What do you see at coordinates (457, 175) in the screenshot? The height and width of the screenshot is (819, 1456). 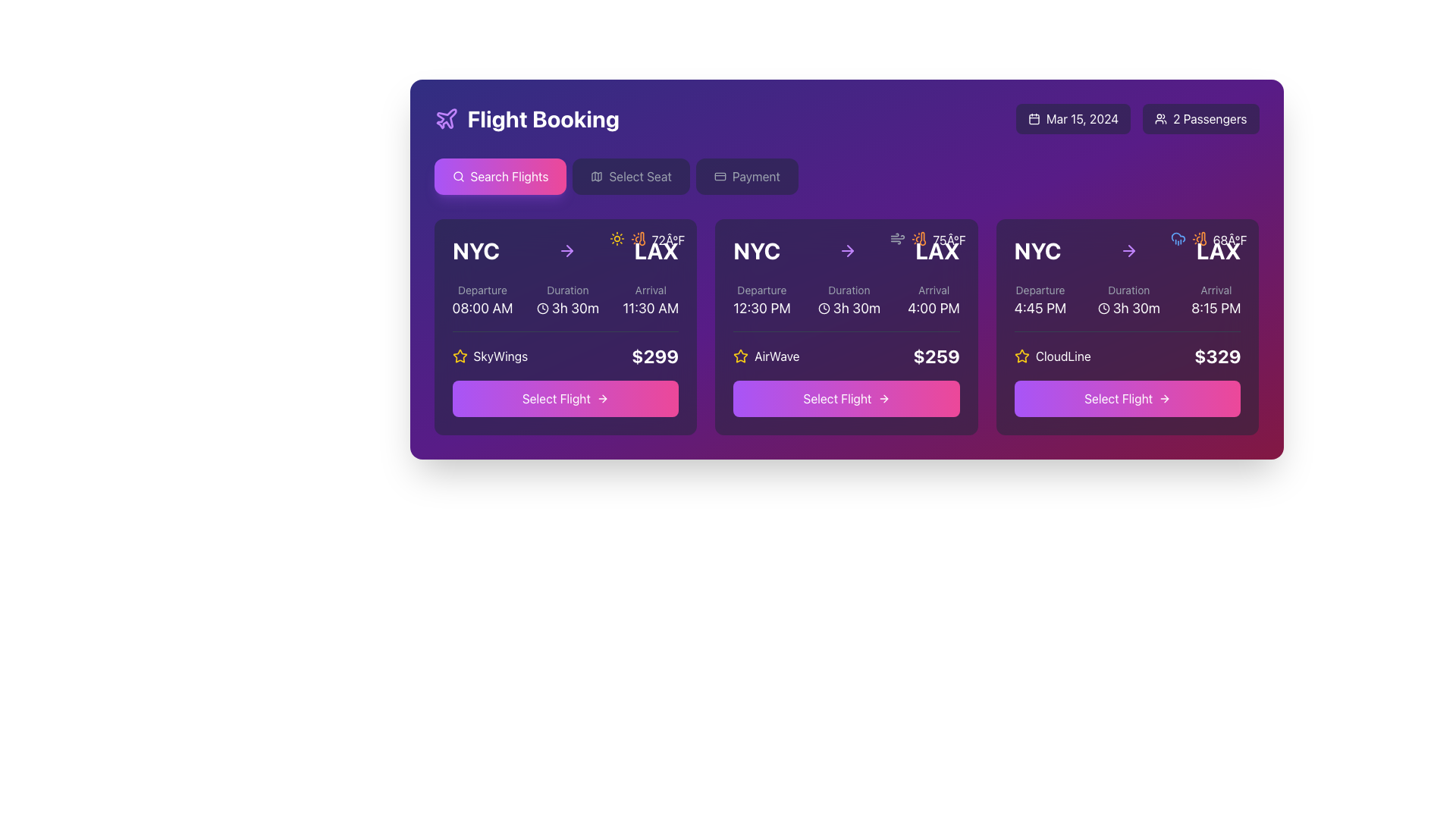 I see `the circular shape representing the main body of the magnifying glass icon in the SVG graphic` at bounding box center [457, 175].